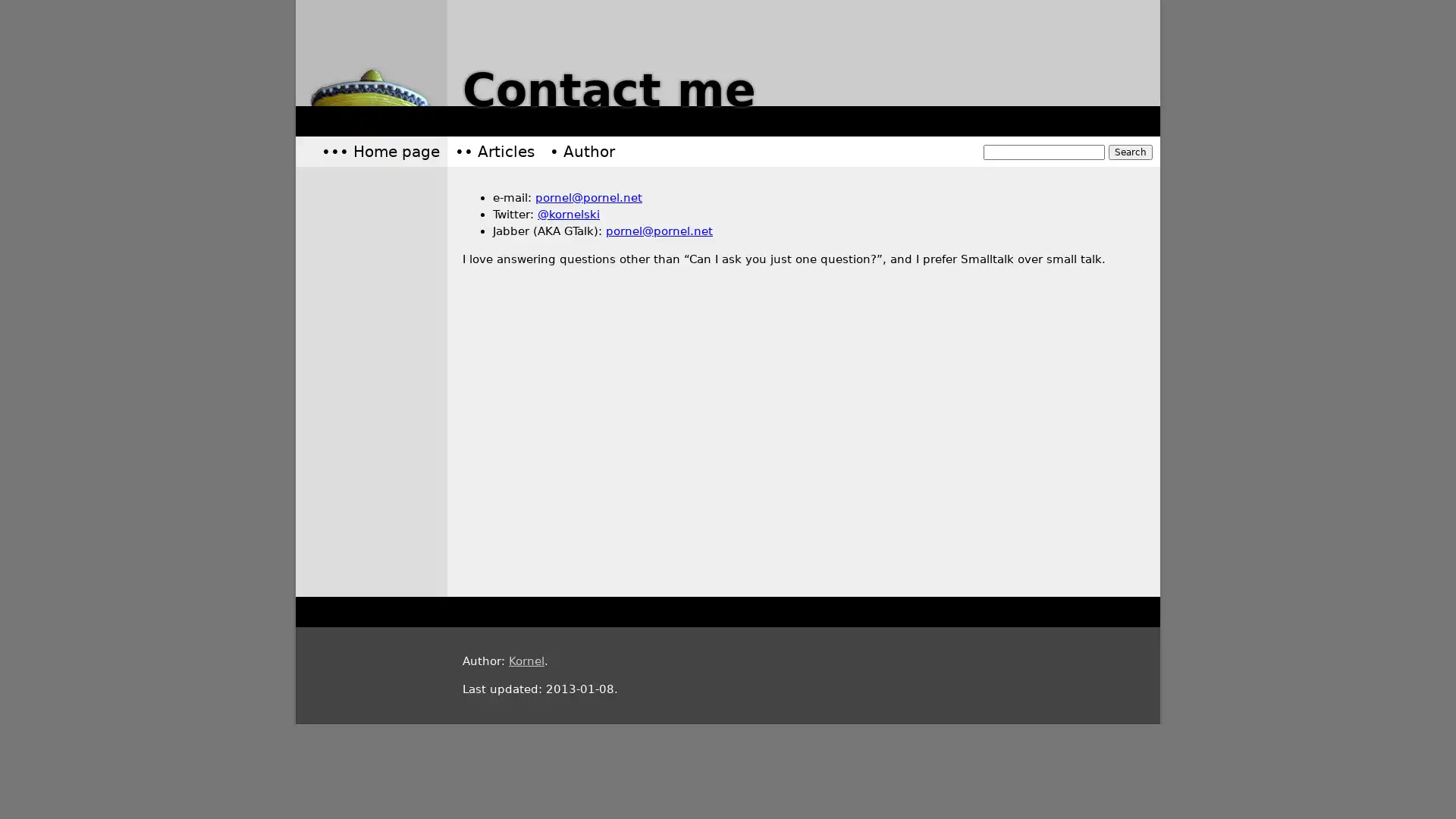 The height and width of the screenshot is (819, 1456). Describe the element at coordinates (1131, 152) in the screenshot. I see `Search` at that location.